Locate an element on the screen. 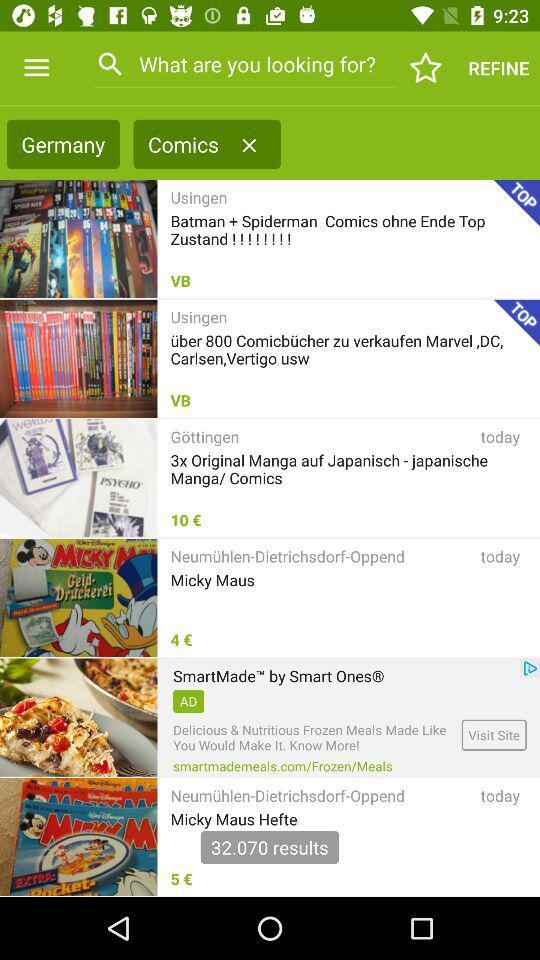 The width and height of the screenshot is (540, 960). item to the right of comics item is located at coordinates (249, 144).